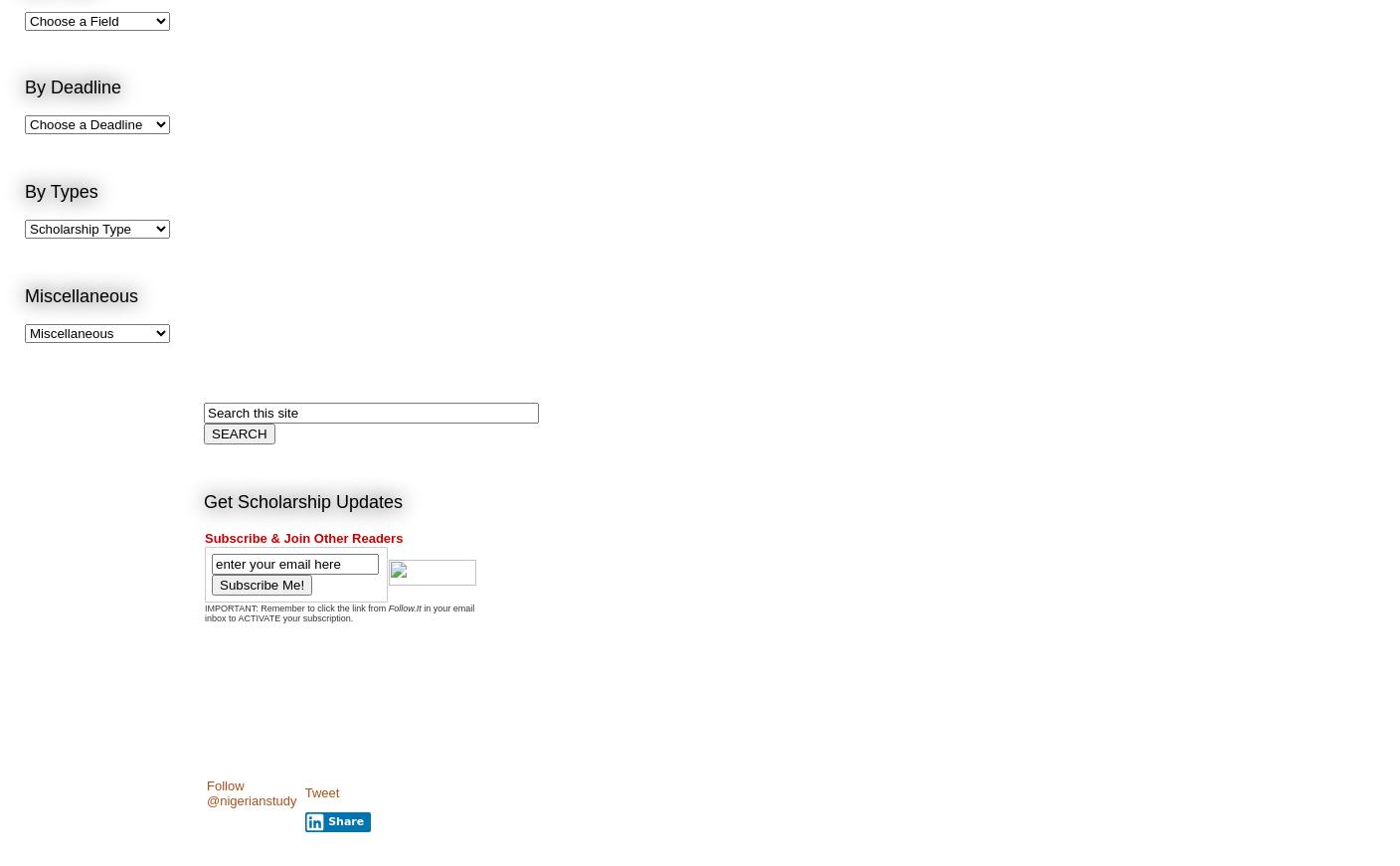  What do you see at coordinates (303, 792) in the screenshot?
I see `'Tweet'` at bounding box center [303, 792].